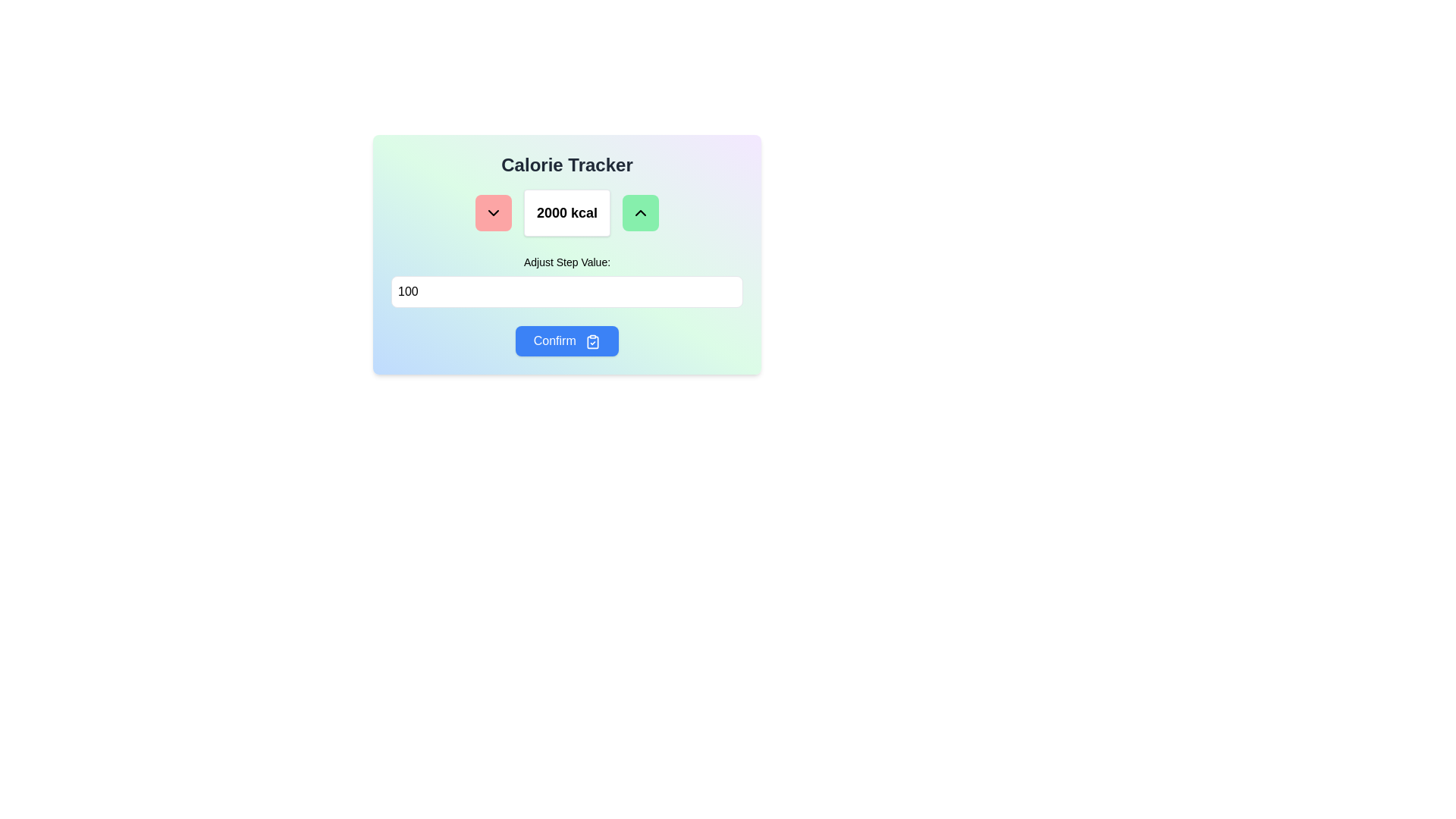  I want to click on the button that decreases the value displayed in the adjacent white box labeled '2000 kcal' to change its background color, so click(493, 213).